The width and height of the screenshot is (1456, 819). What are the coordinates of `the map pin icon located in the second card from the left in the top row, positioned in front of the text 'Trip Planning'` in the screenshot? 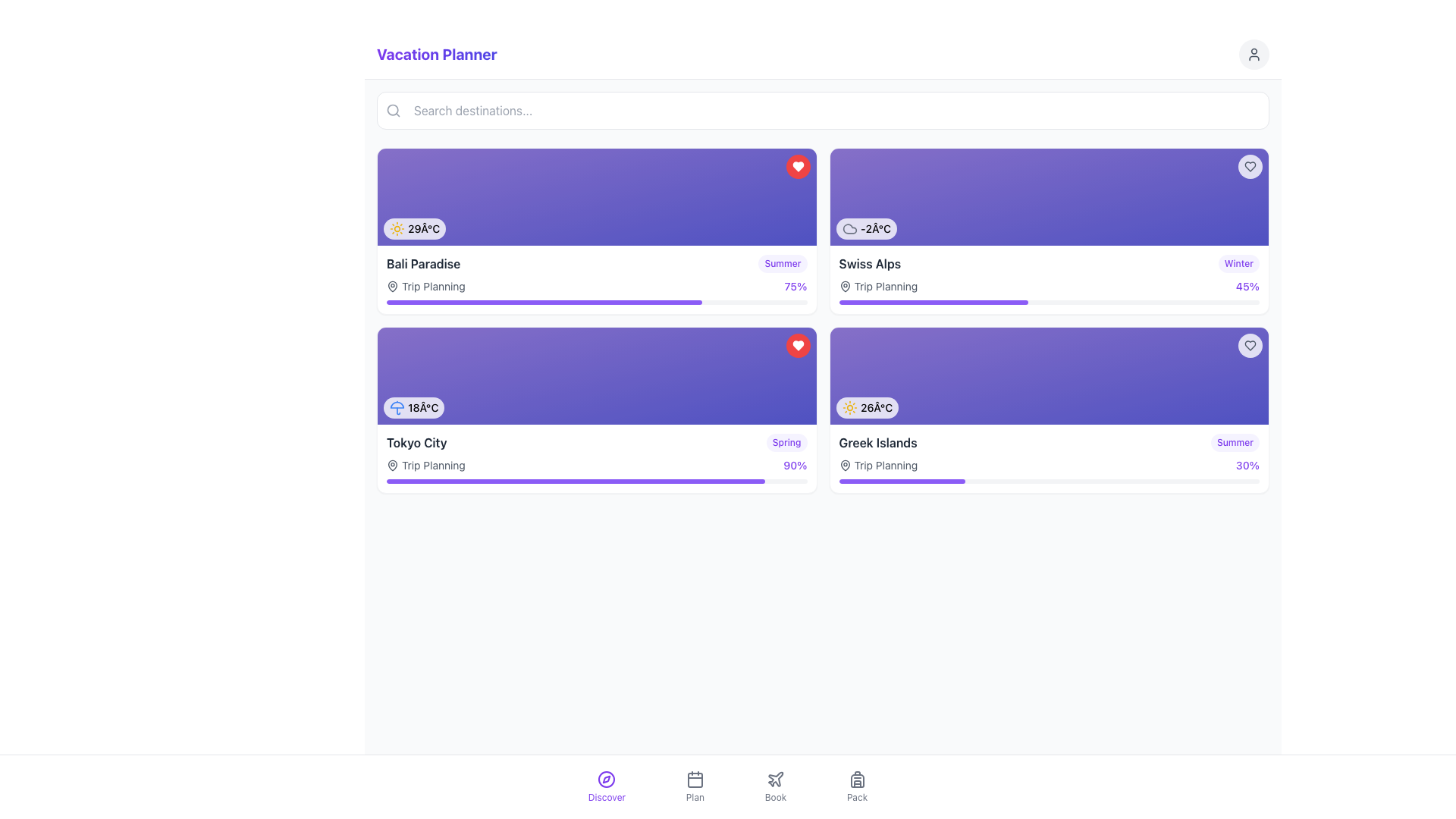 It's located at (844, 287).